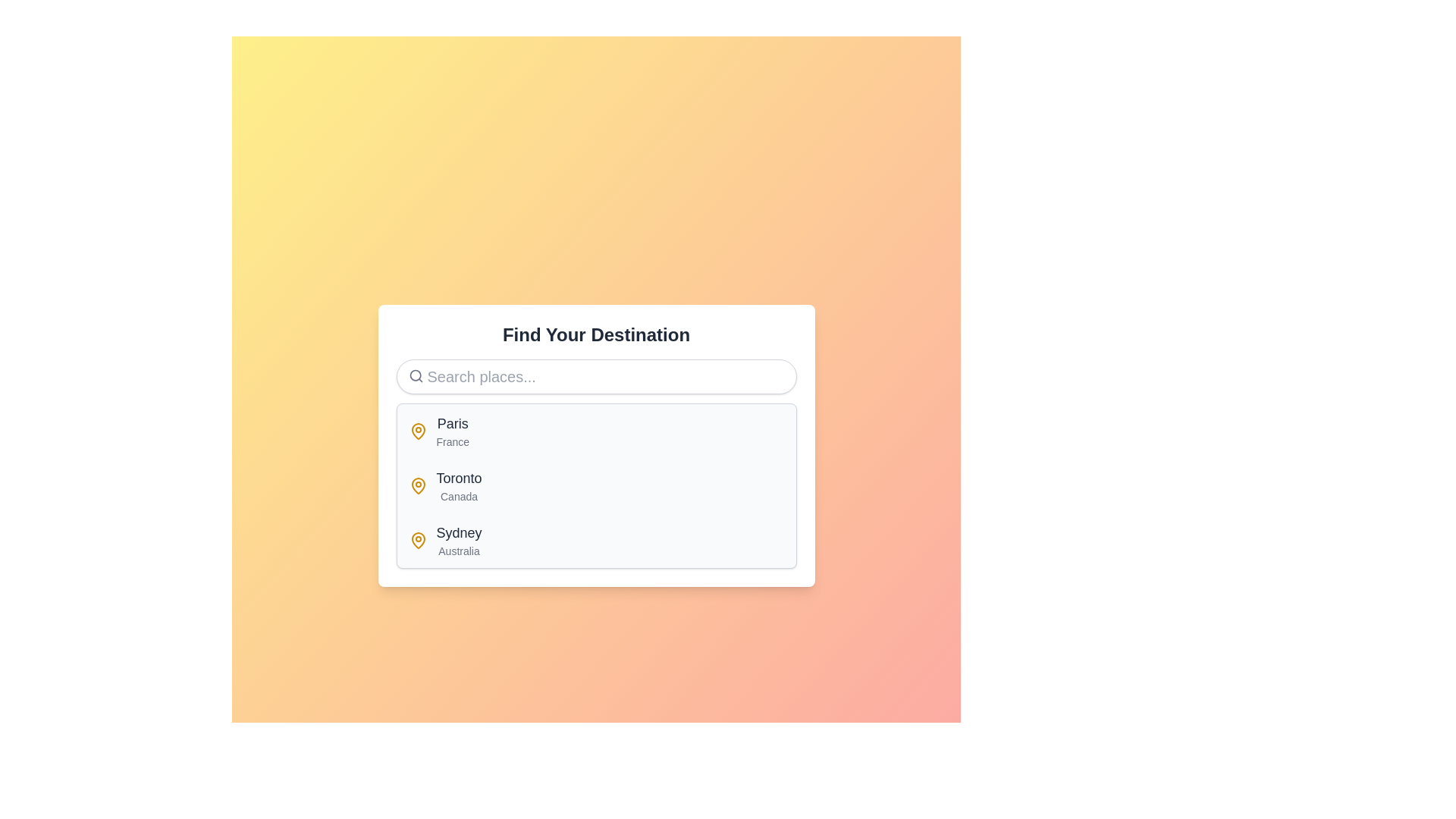 The height and width of the screenshot is (819, 1456). I want to click on the second text block in the list of city-country pairs, which is located below 'Paris, France' and above 'Sydney, Australia', so click(458, 485).